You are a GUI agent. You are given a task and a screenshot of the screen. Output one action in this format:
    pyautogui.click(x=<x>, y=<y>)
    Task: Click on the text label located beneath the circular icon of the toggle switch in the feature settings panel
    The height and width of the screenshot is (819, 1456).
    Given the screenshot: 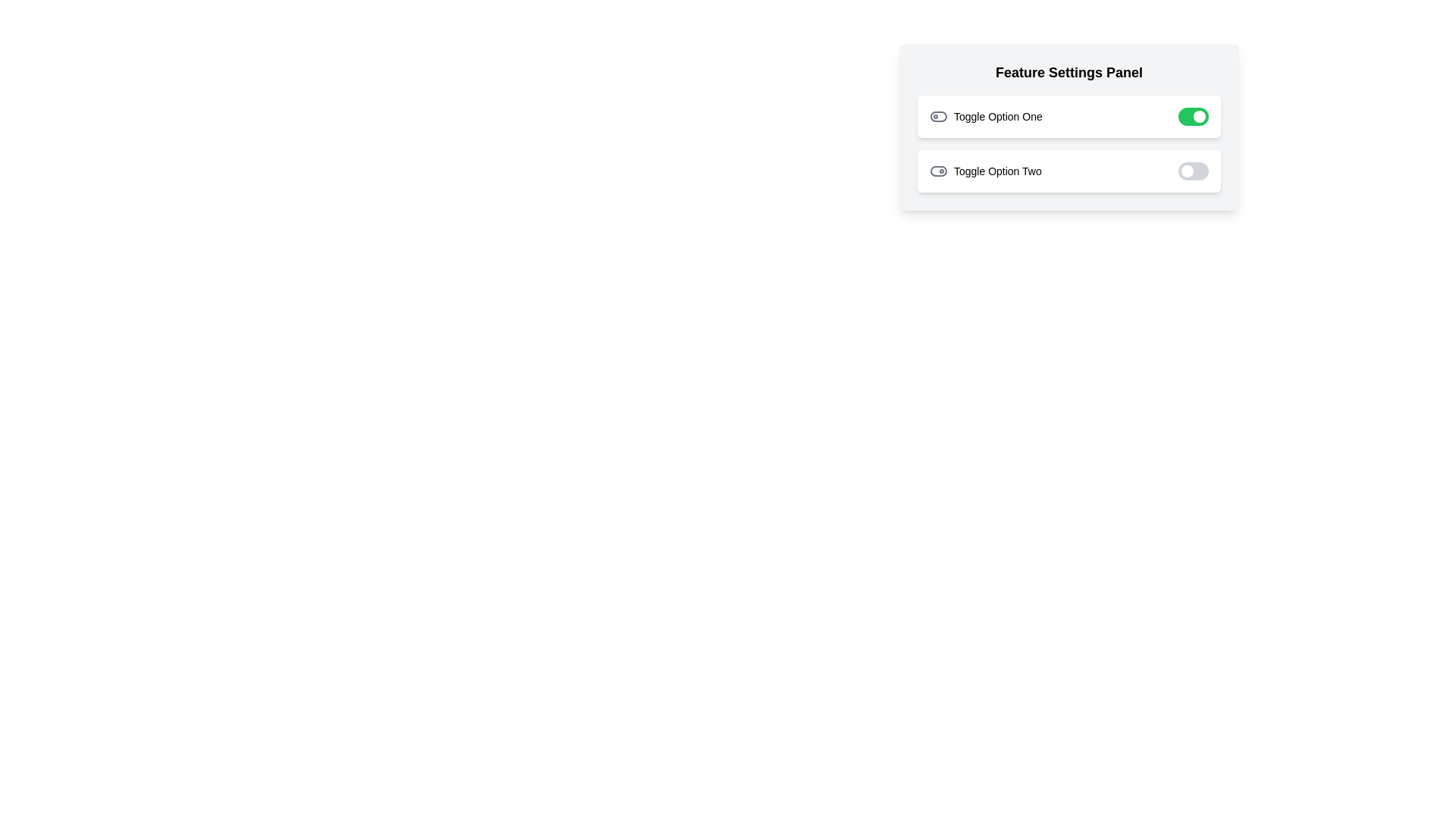 What is the action you would take?
    pyautogui.click(x=998, y=116)
    